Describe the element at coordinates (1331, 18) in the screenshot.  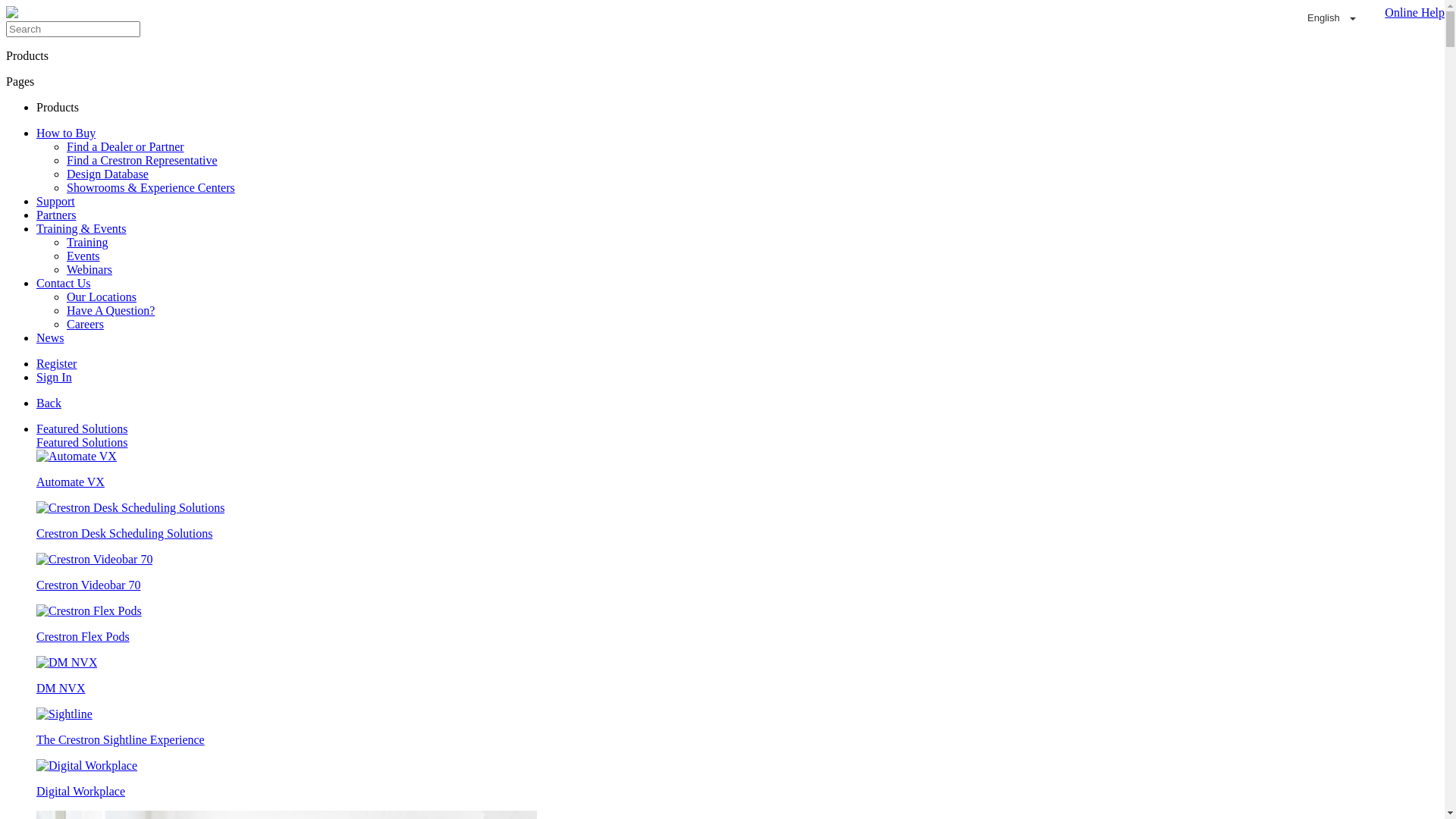
I see `'English'` at that location.